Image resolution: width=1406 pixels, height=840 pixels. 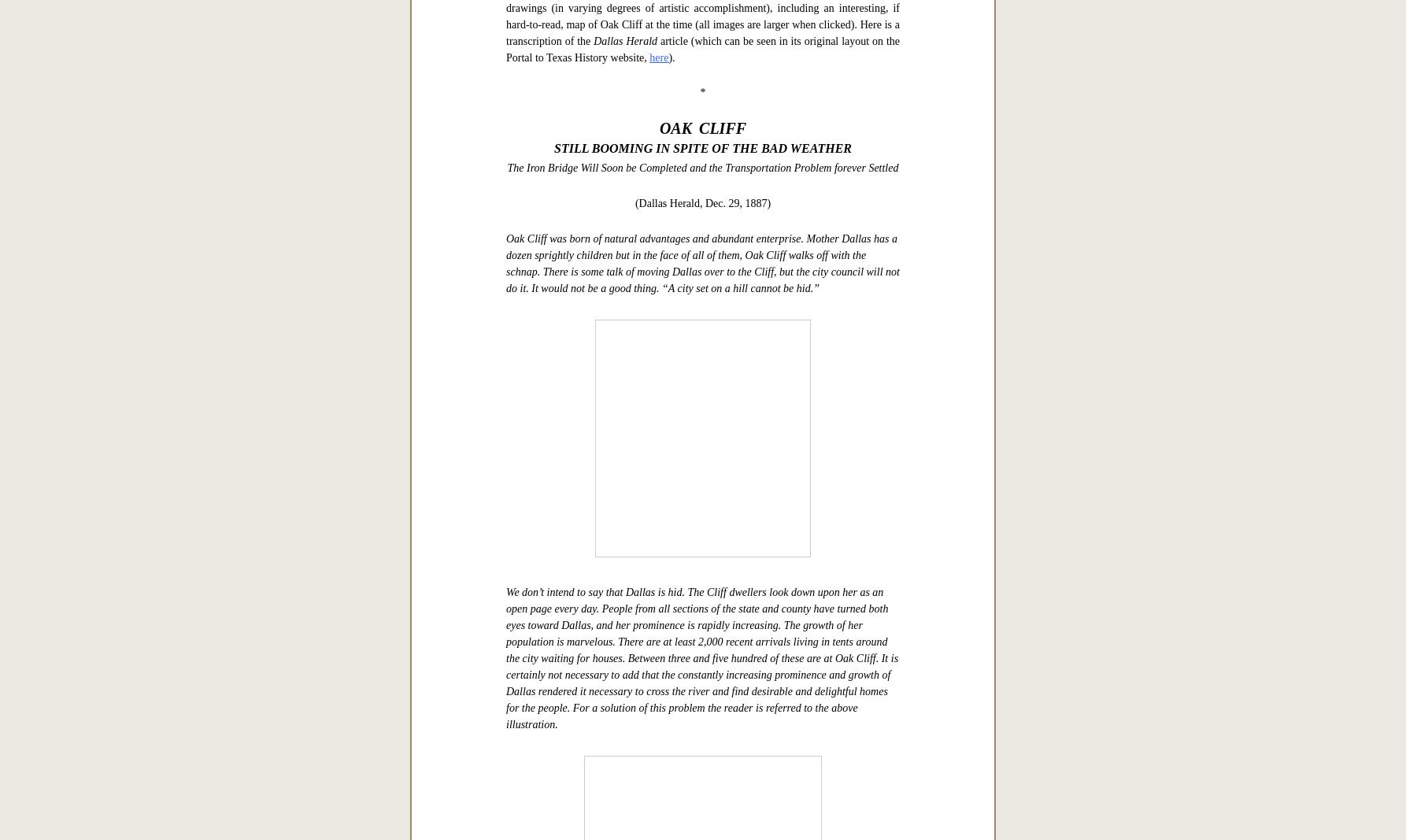 What do you see at coordinates (542, 452) in the screenshot?
I see `'ad'` at bounding box center [542, 452].